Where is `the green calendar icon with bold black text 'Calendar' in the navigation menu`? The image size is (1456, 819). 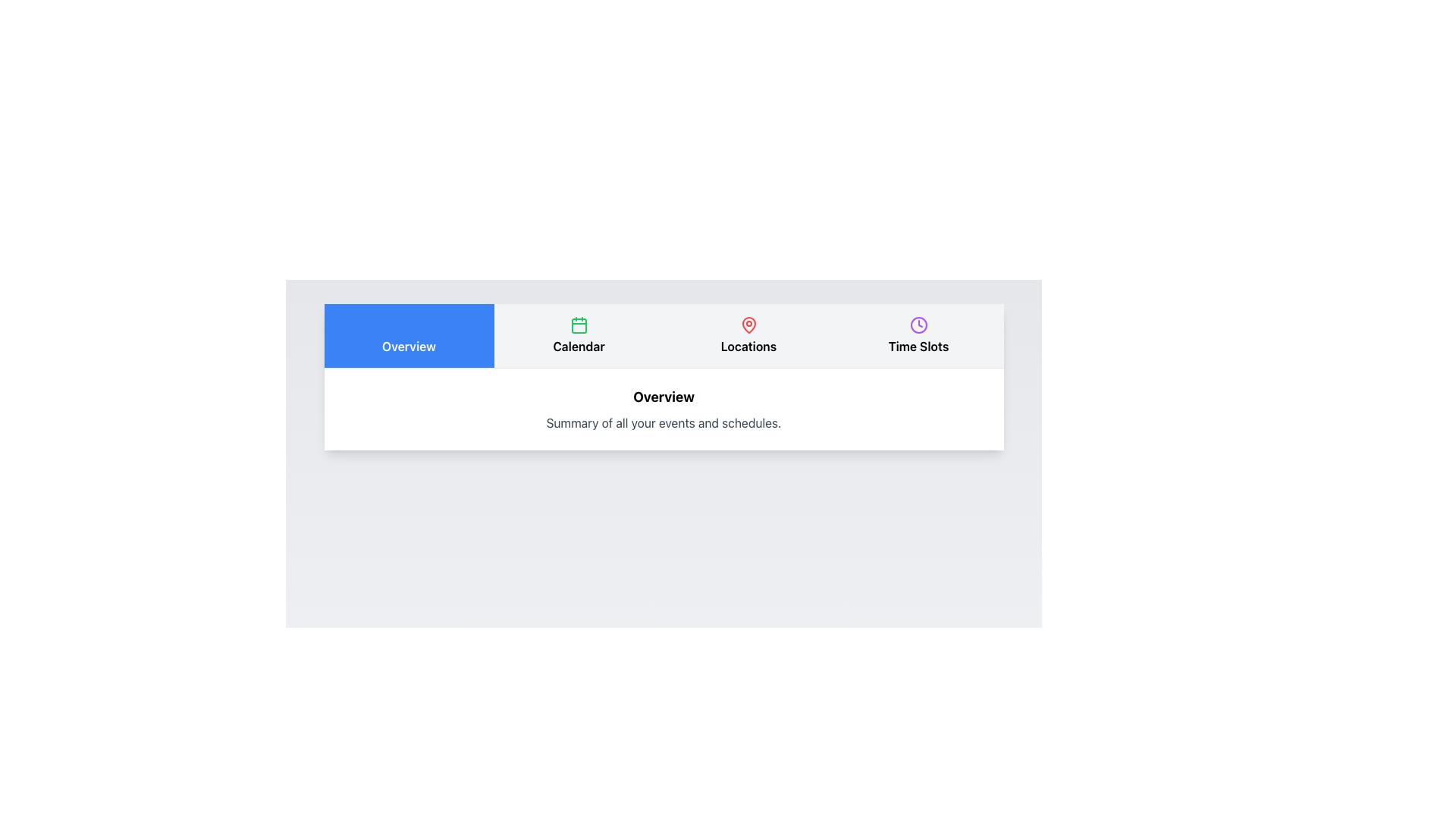
the green calendar icon with bold black text 'Calendar' in the navigation menu is located at coordinates (578, 335).